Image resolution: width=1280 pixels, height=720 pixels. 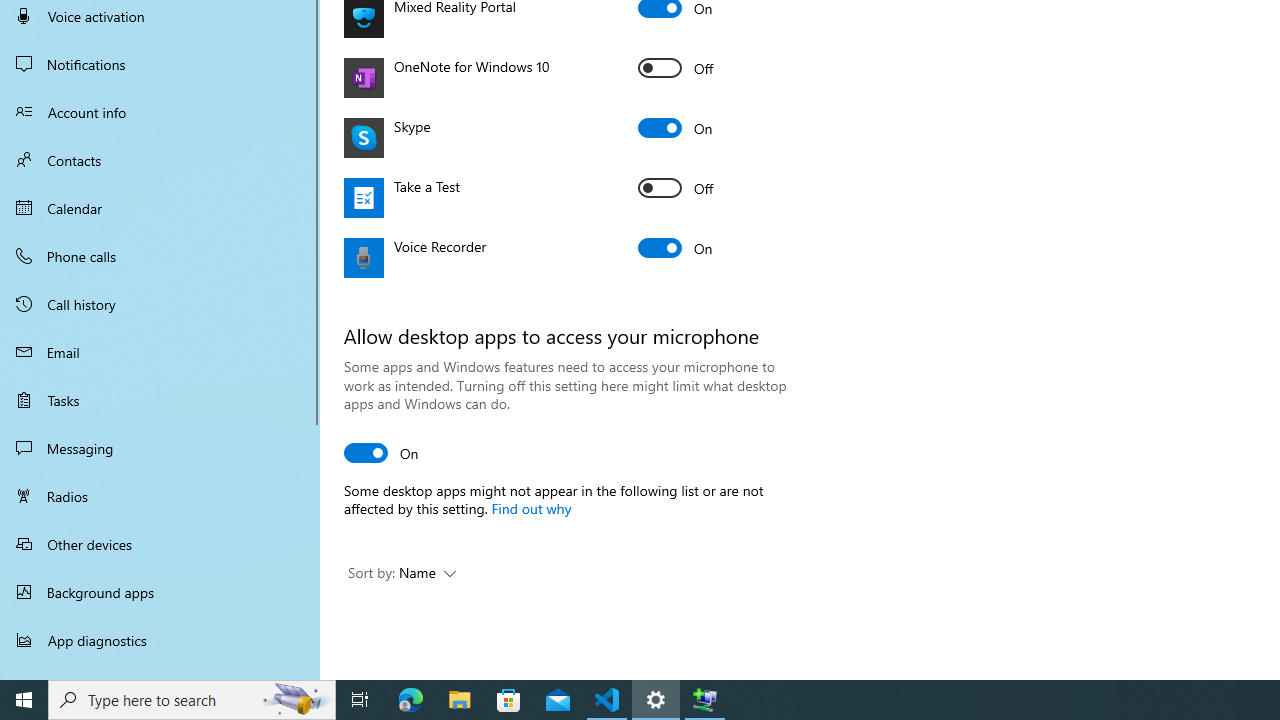 I want to click on 'Find out why', so click(x=530, y=506).